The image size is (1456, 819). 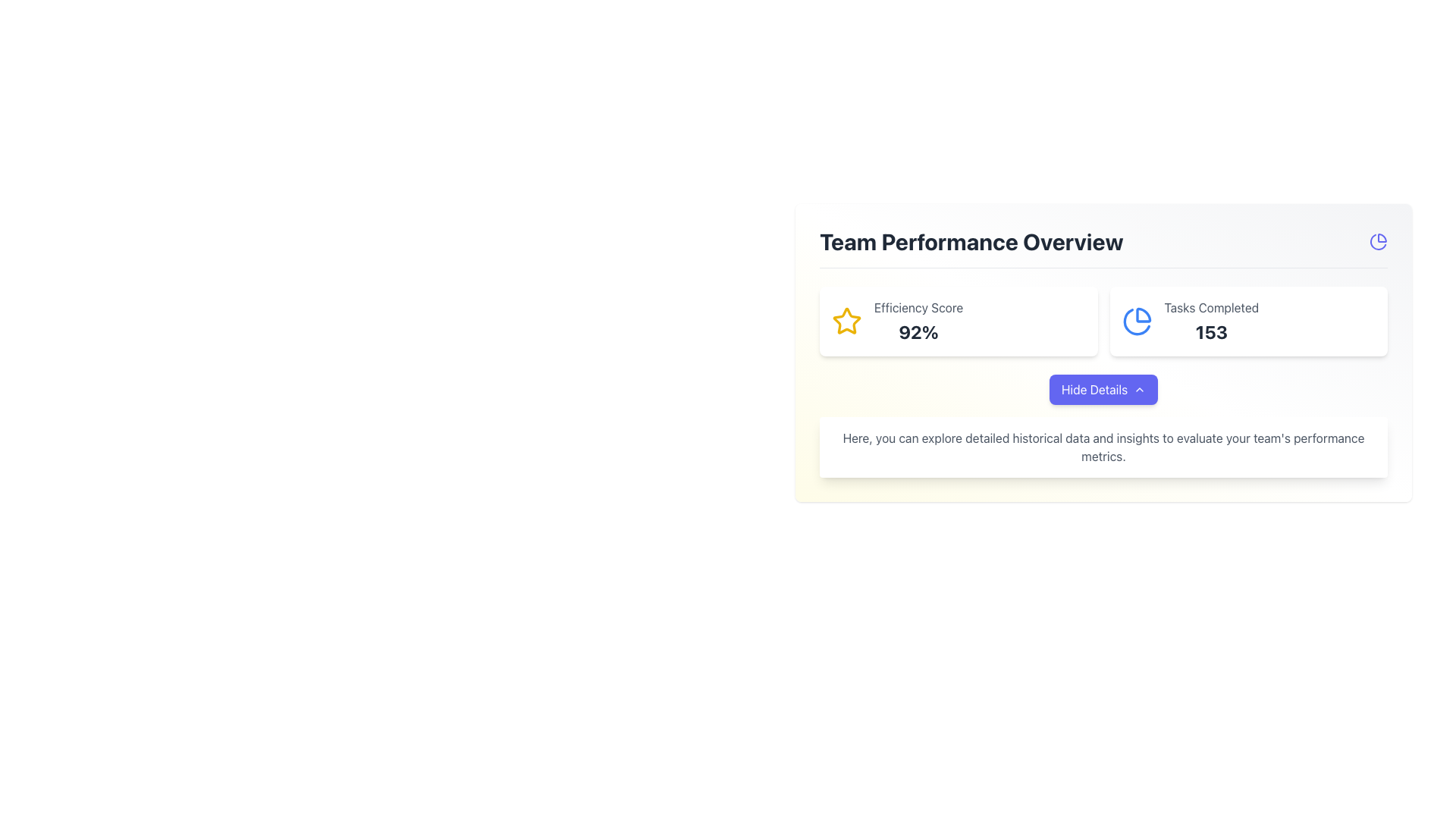 I want to click on informative text block located directly below the 'Hide Details' button in the 'Team Performance Overview' section, which provides context and details related to the team’s performance metrics, so click(x=1103, y=426).